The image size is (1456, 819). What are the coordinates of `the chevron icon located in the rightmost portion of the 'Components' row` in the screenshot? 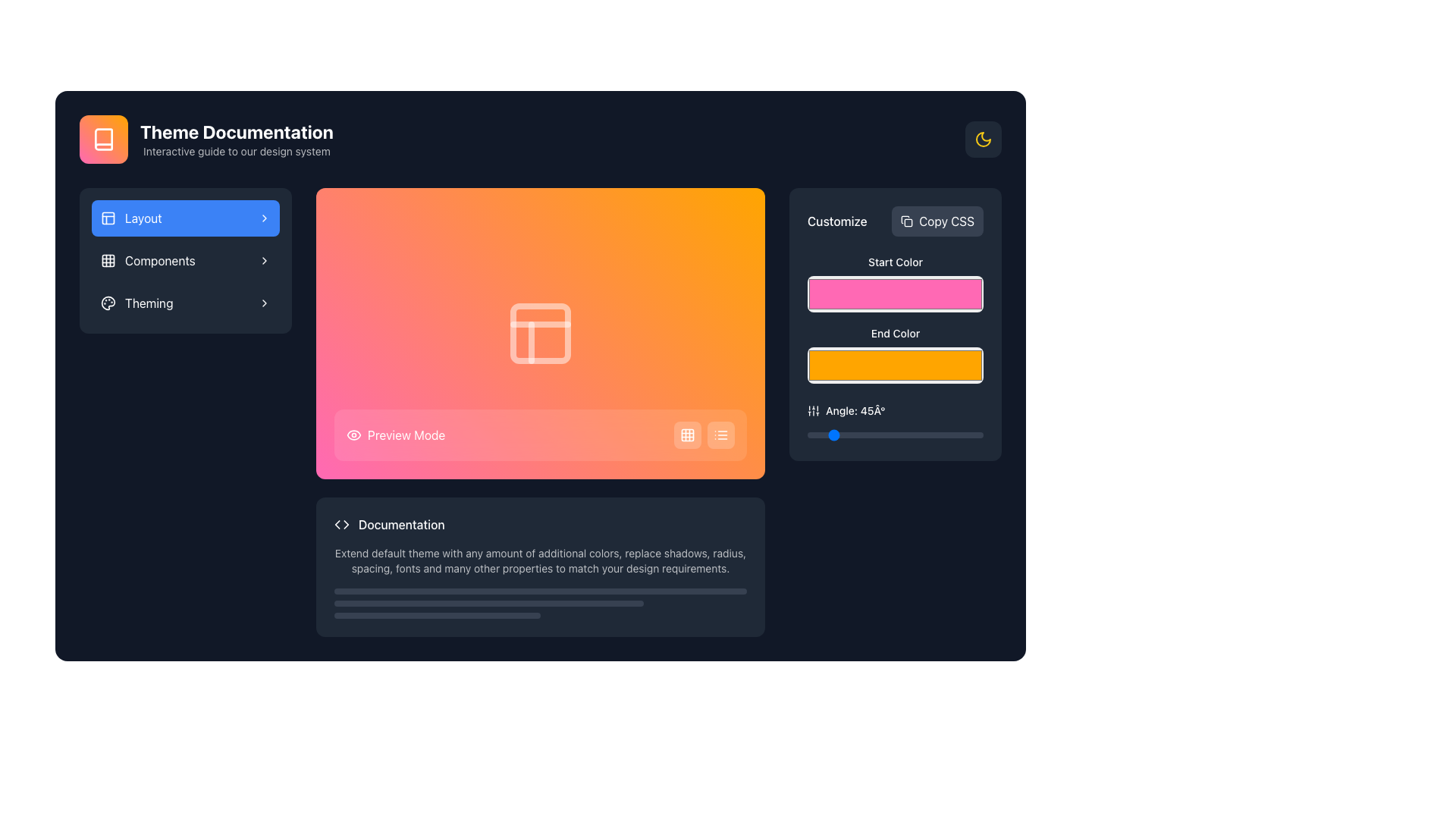 It's located at (265, 259).